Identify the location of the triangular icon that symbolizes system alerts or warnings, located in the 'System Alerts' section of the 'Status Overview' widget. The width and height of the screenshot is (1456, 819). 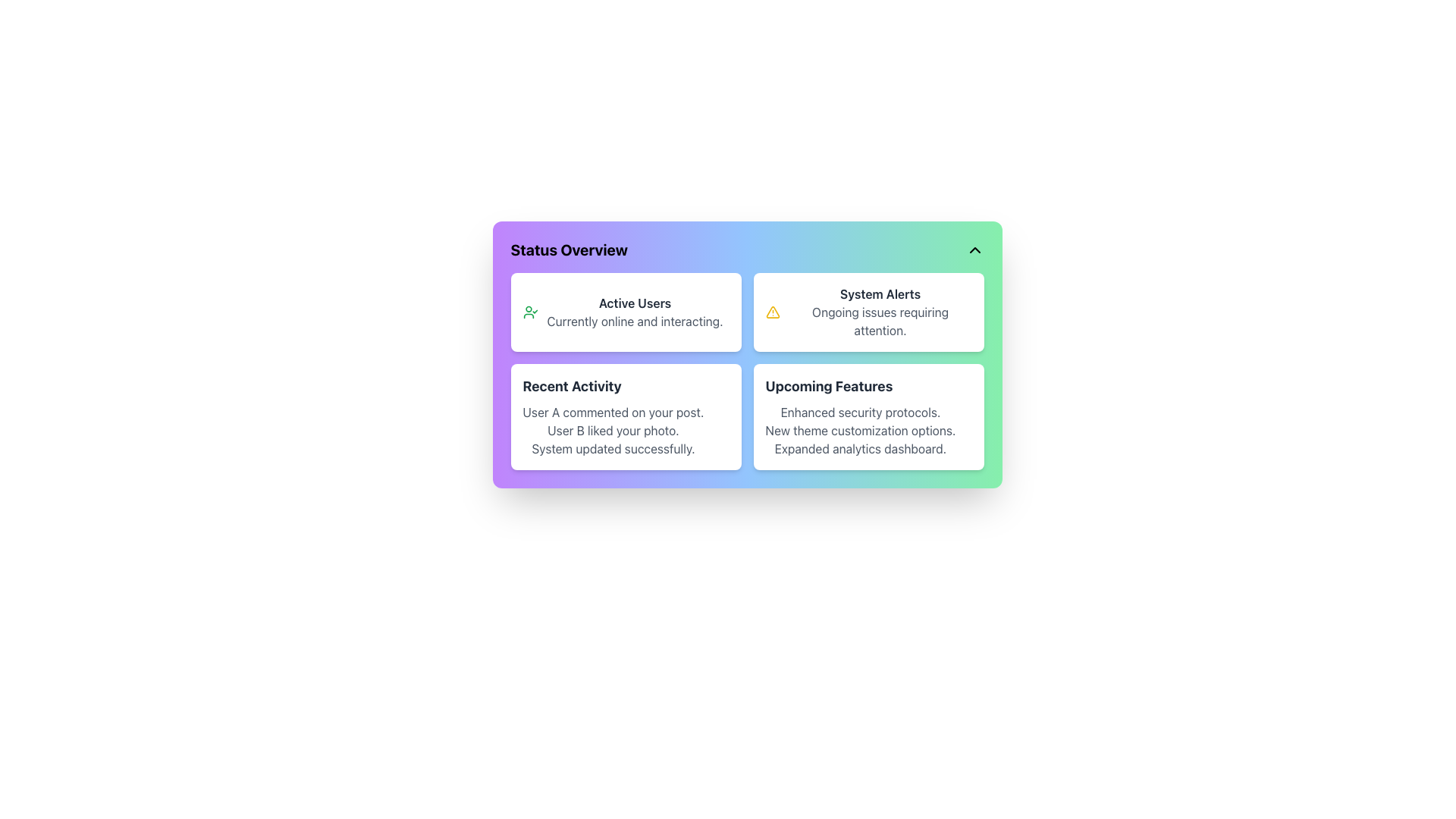
(772, 312).